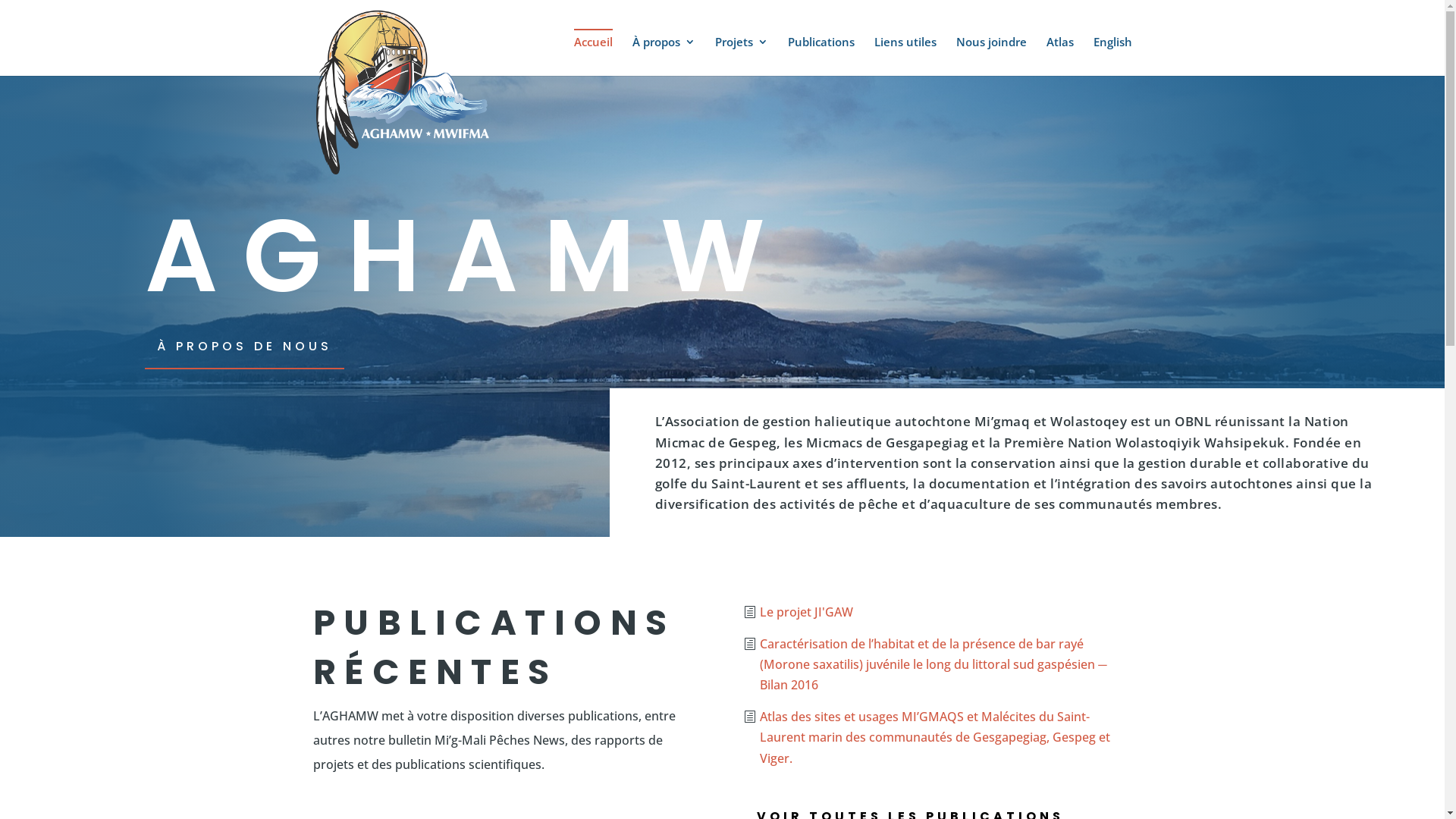 The height and width of the screenshot is (819, 1456). Describe the element at coordinates (990, 55) in the screenshot. I see `'Nous joindre'` at that location.